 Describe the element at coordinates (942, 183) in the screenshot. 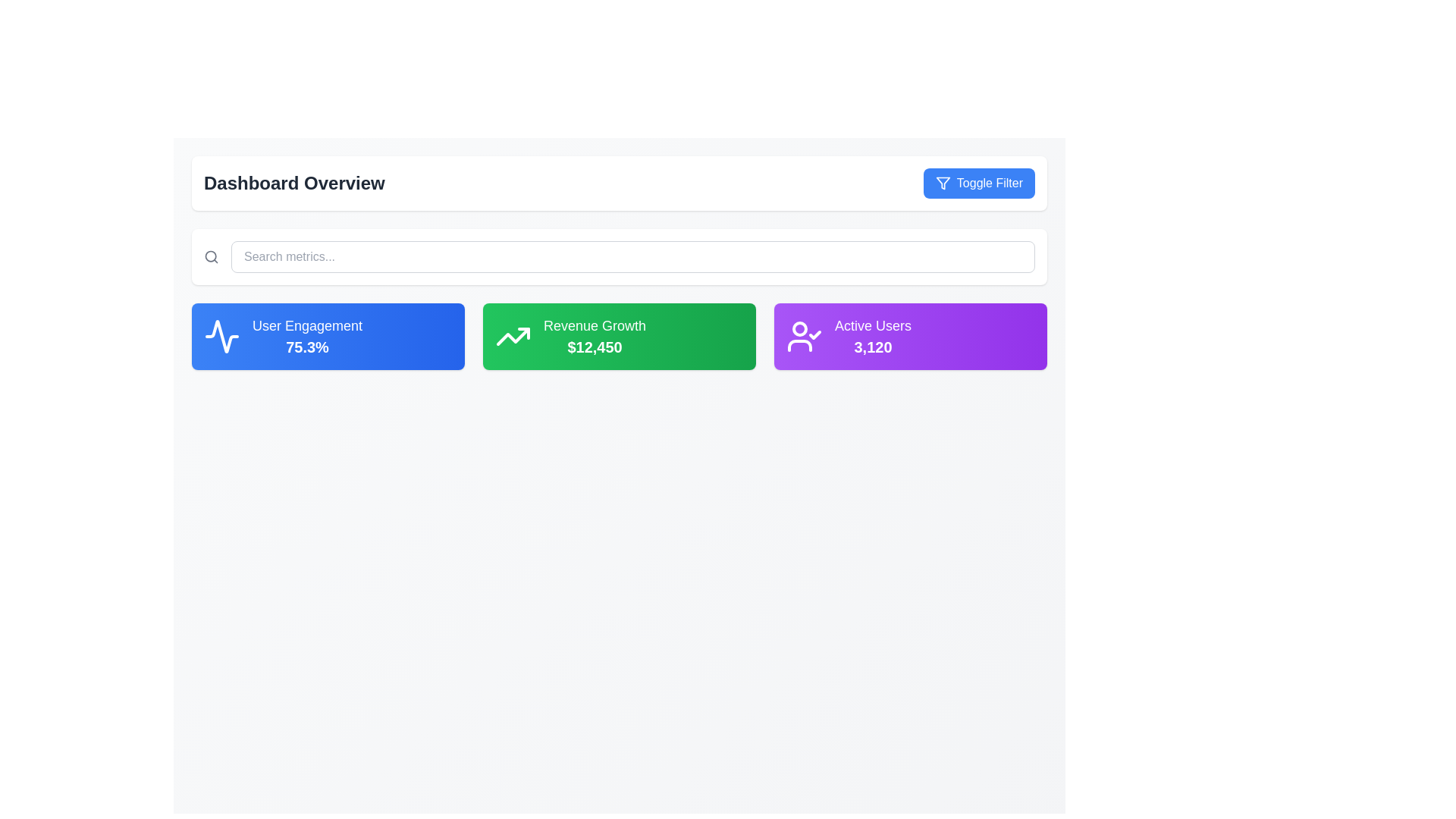

I see `the filter icon, which is an inverted triangle with a stem, part of the blue 'Toggle Filter' button located at the top right corner of the interface` at that location.